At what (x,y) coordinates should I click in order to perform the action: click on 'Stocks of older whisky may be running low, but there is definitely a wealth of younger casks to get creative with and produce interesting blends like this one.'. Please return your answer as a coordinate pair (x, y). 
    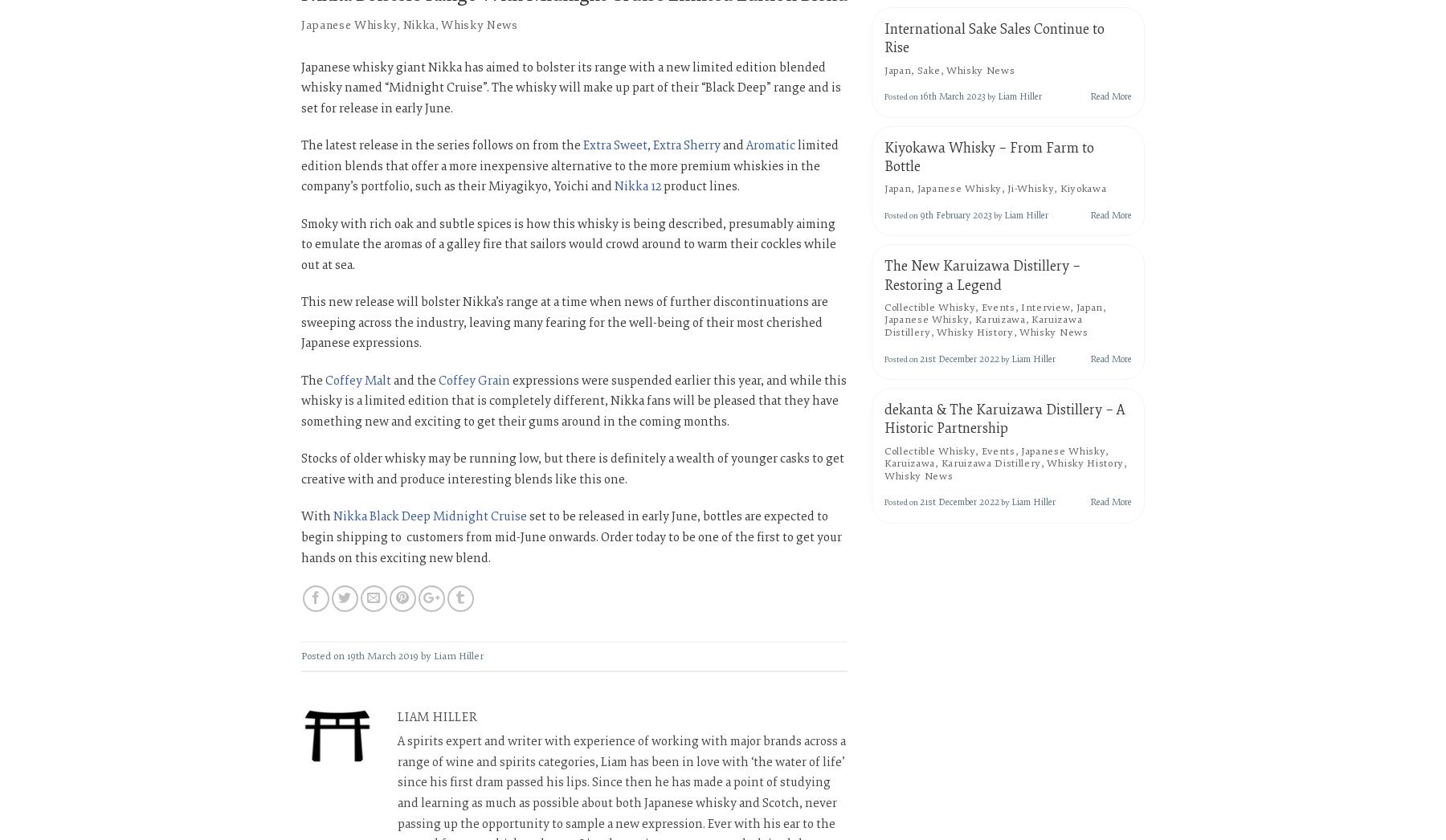
    Looking at the image, I should click on (571, 469).